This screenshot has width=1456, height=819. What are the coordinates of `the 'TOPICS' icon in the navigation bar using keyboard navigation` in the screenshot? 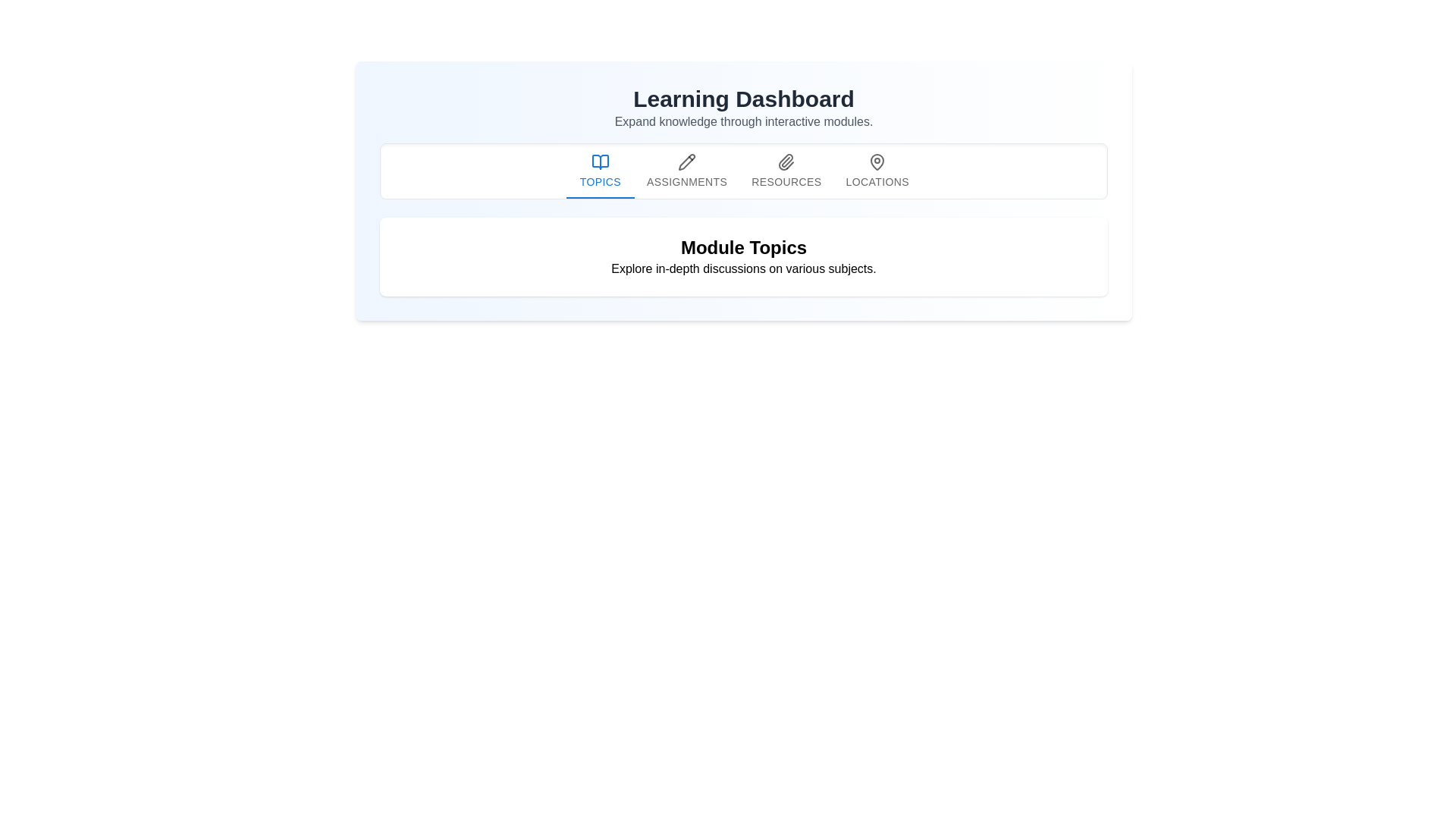 It's located at (600, 162).